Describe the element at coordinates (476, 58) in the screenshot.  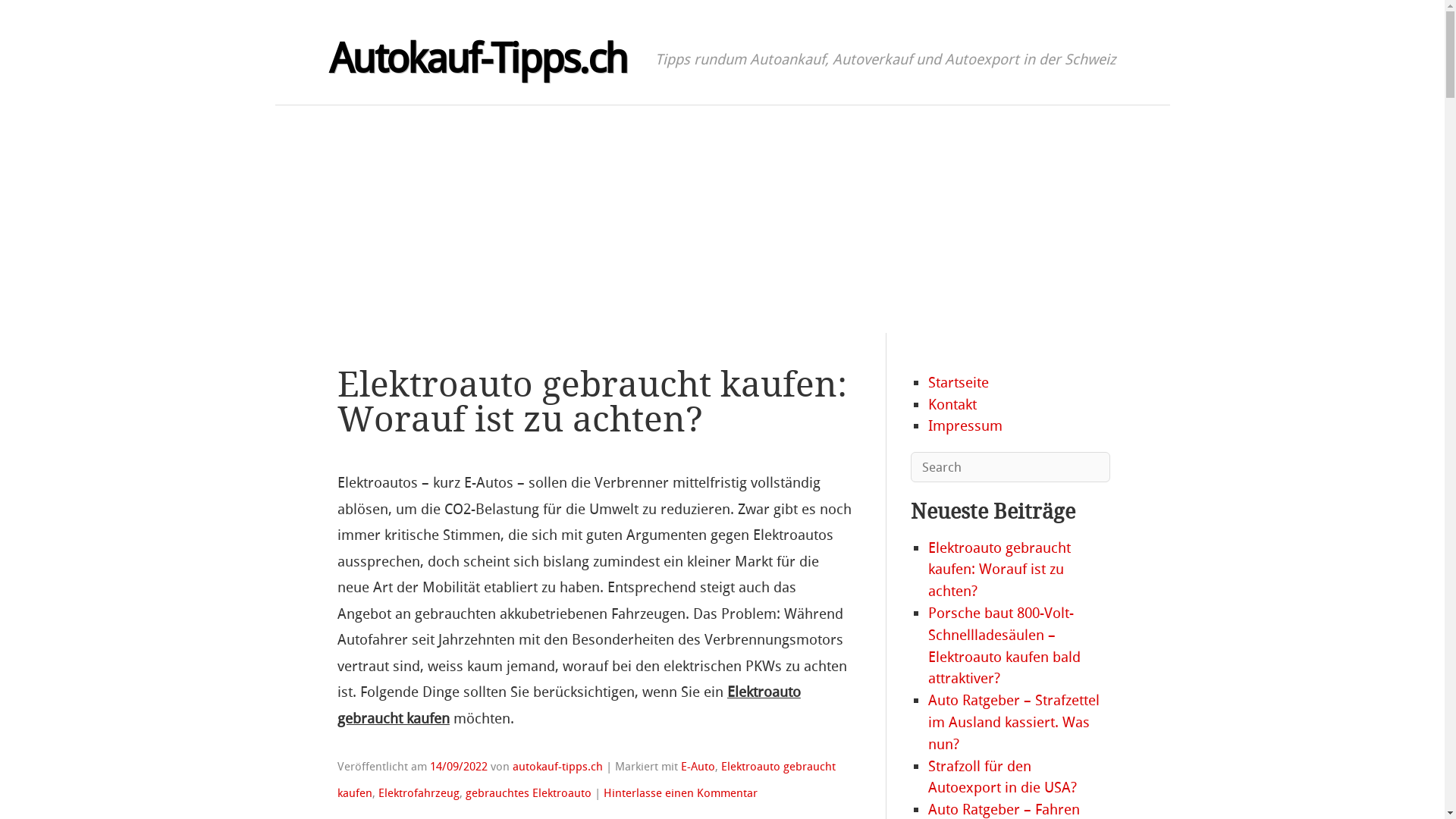
I see `'Autokauf-Tipps.ch'` at that location.